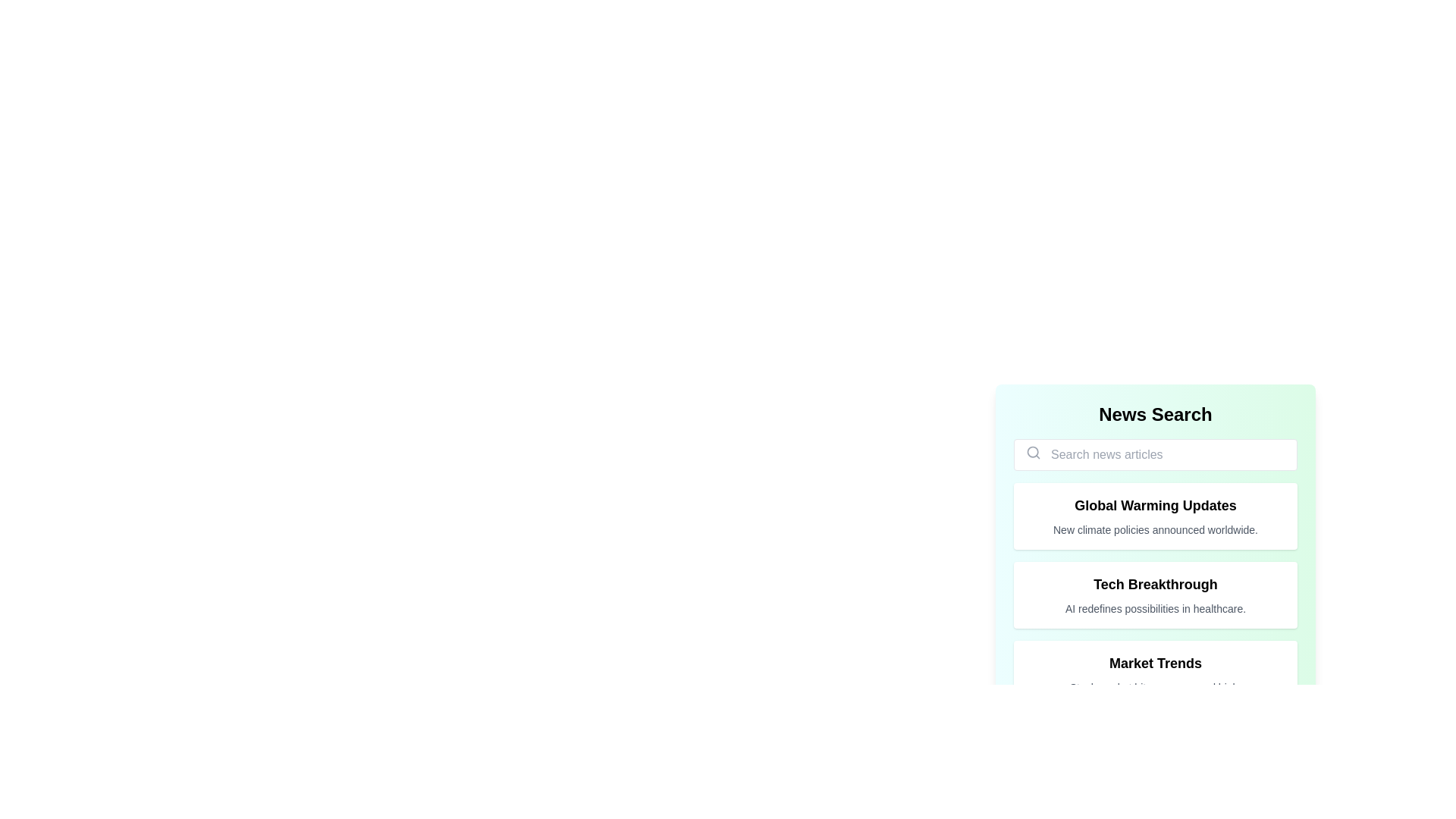 The image size is (1456, 819). What do you see at coordinates (1032, 451) in the screenshot?
I see `the magnifying glass icon representing the search functionality in the 'News Search' interface` at bounding box center [1032, 451].